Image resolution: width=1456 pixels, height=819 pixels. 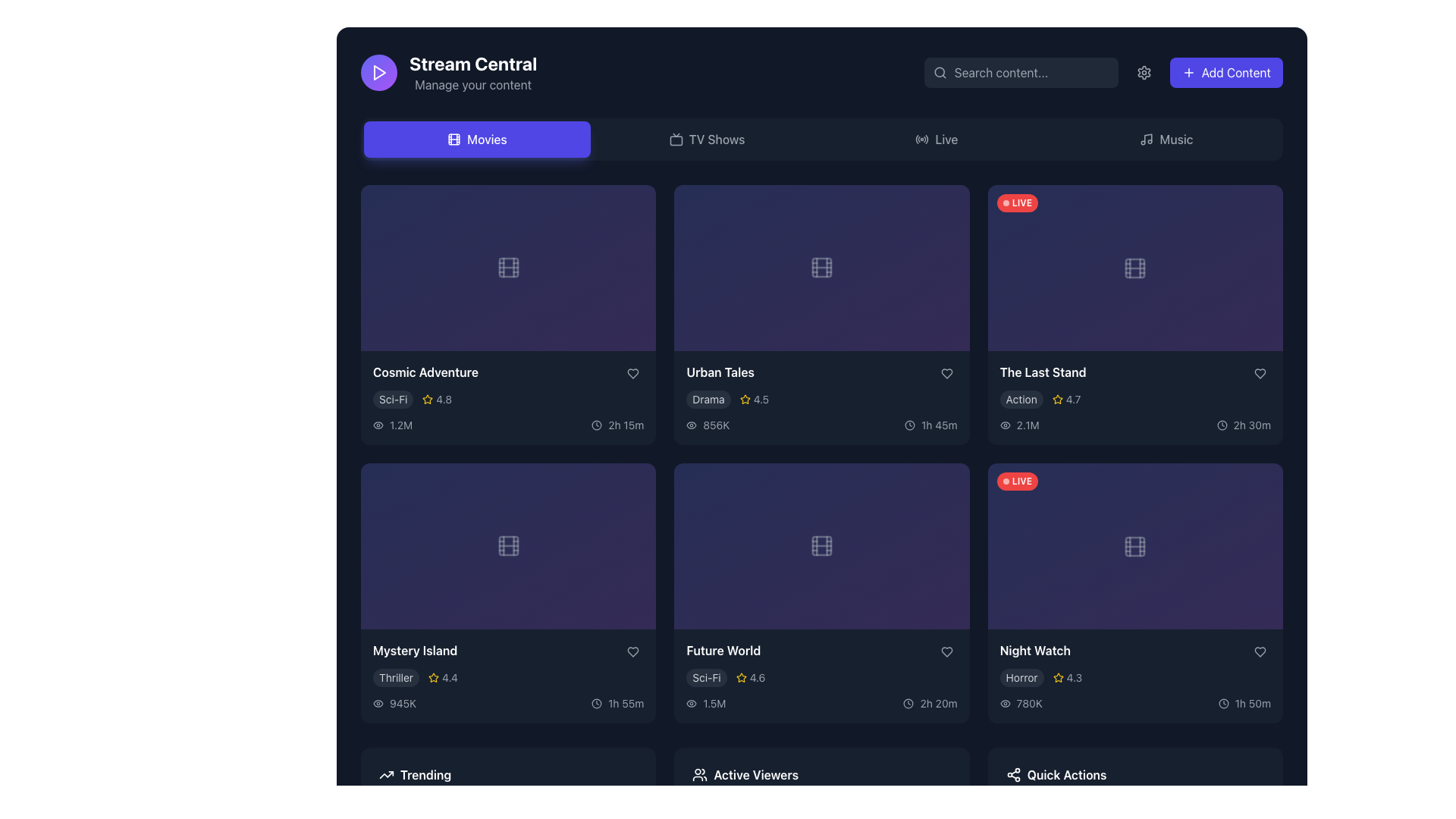 I want to click on the numeric text label displaying the rating value '4.6' located adjacent to the yellow star icon in the 'Future World' content card, so click(x=757, y=677).